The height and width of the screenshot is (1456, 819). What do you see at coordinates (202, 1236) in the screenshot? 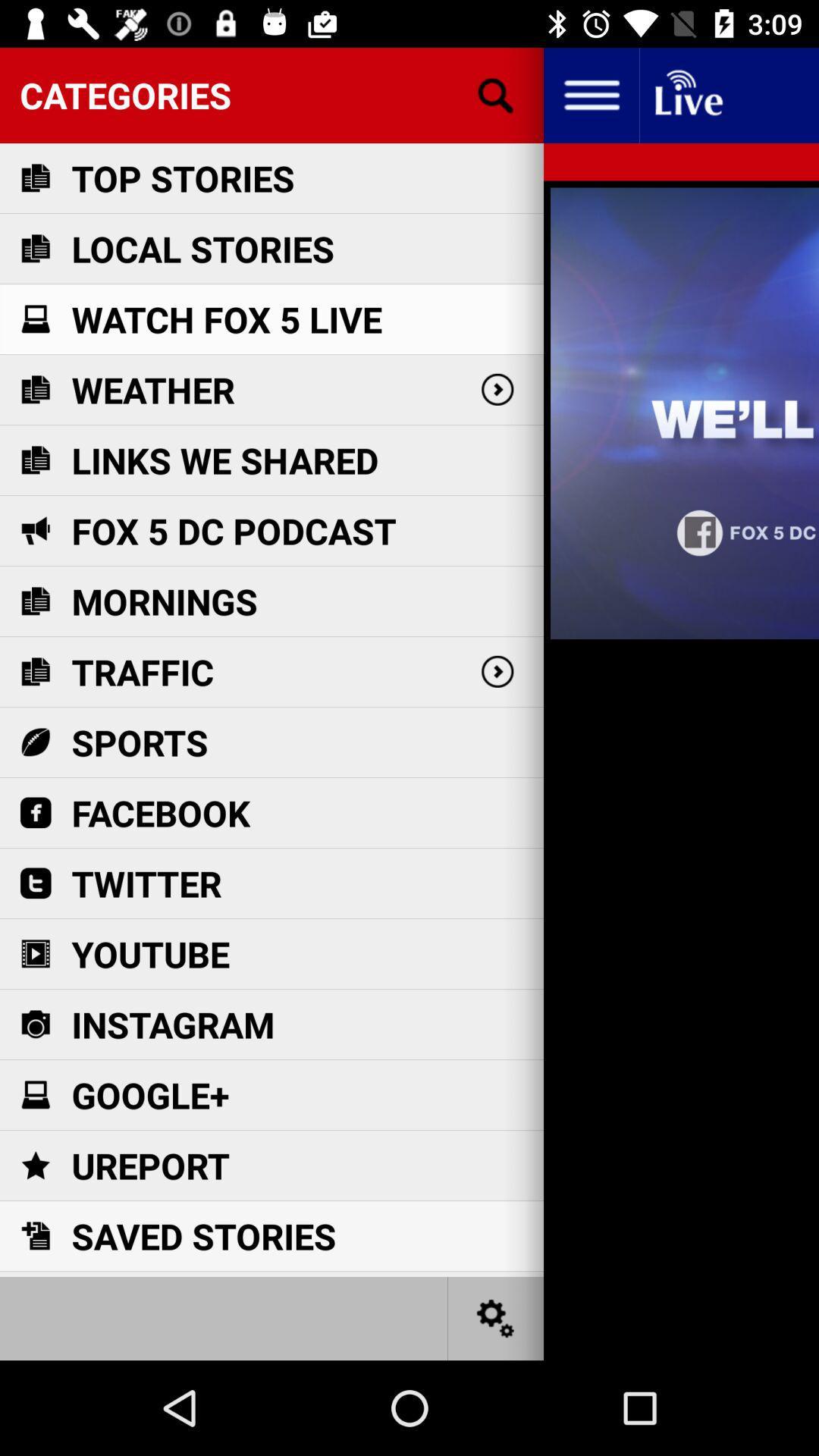
I see `the saved stories` at bounding box center [202, 1236].